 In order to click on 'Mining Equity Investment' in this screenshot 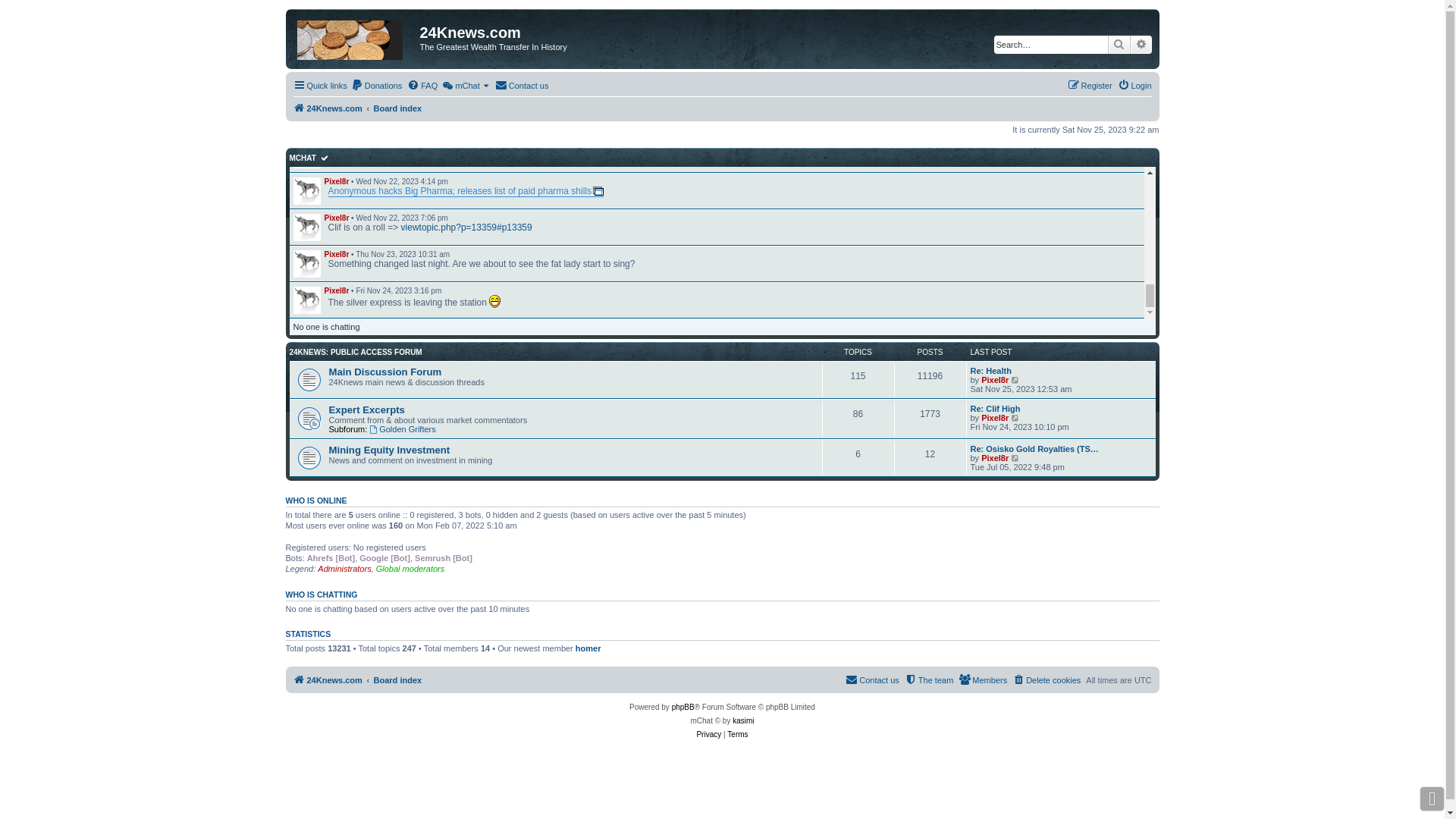, I will do `click(389, 449)`.